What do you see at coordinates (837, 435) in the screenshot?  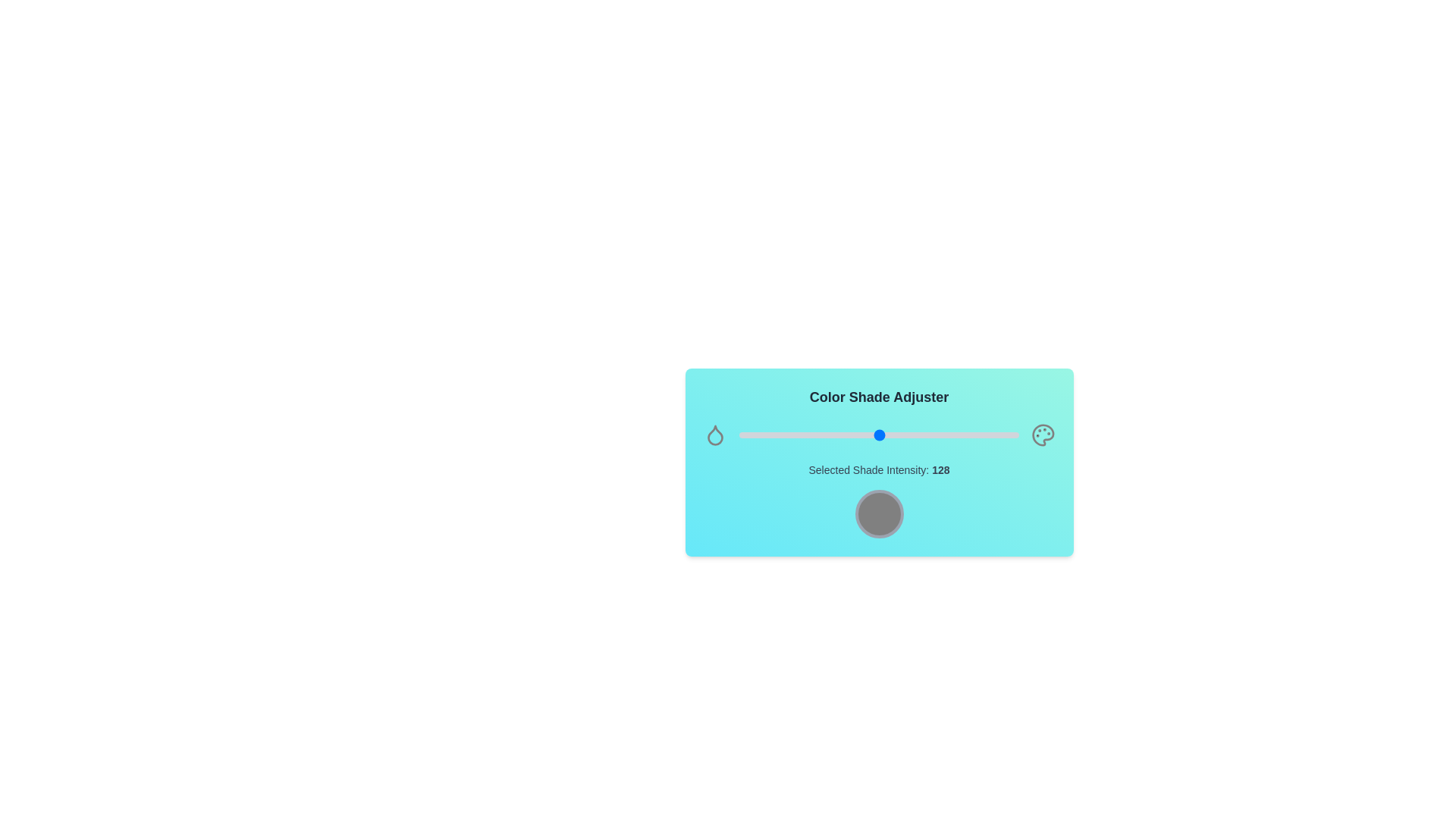 I see `the shade intensity slider to 90 value` at bounding box center [837, 435].